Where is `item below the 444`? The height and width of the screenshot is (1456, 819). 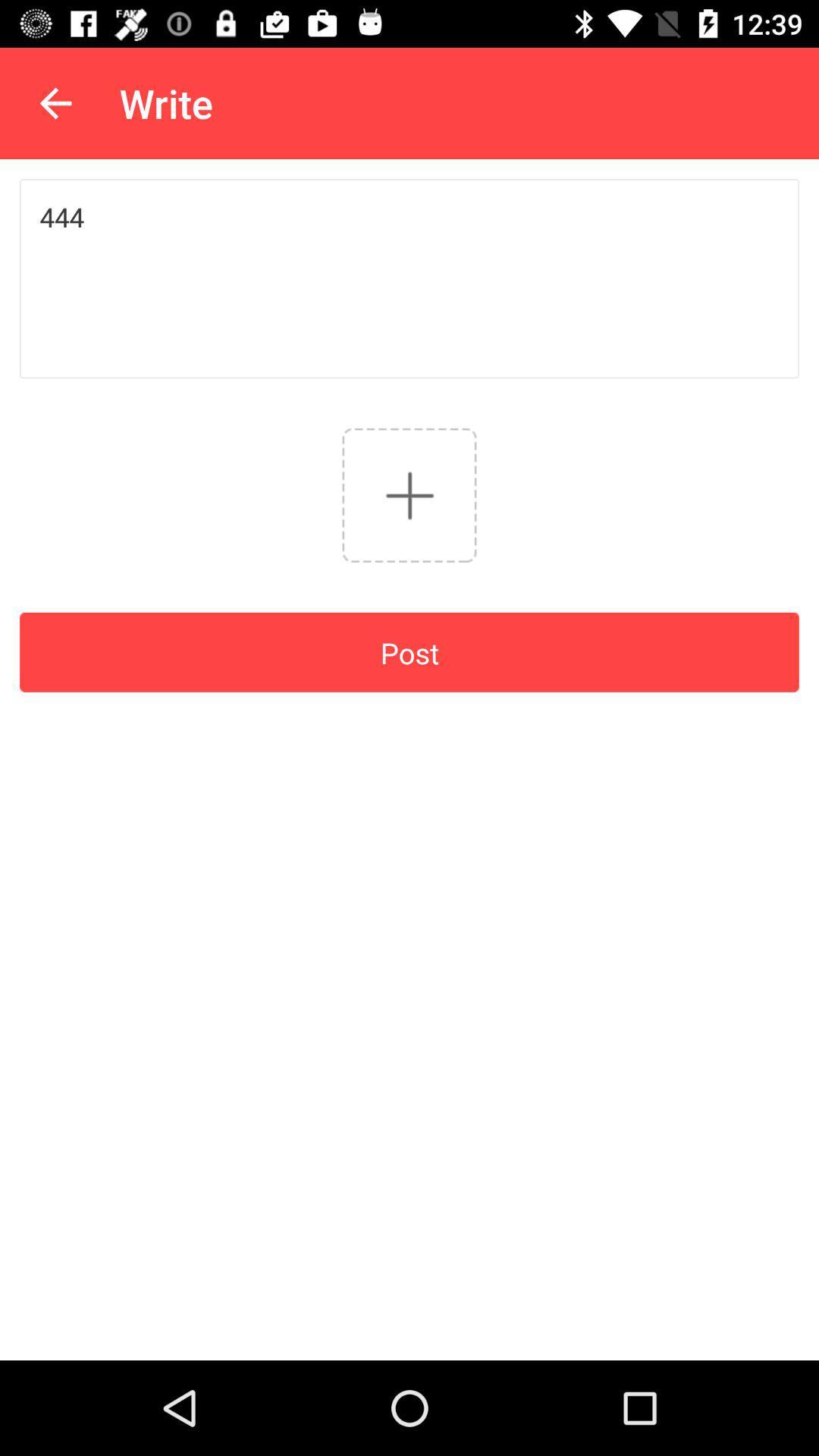 item below the 444 is located at coordinates (409, 495).